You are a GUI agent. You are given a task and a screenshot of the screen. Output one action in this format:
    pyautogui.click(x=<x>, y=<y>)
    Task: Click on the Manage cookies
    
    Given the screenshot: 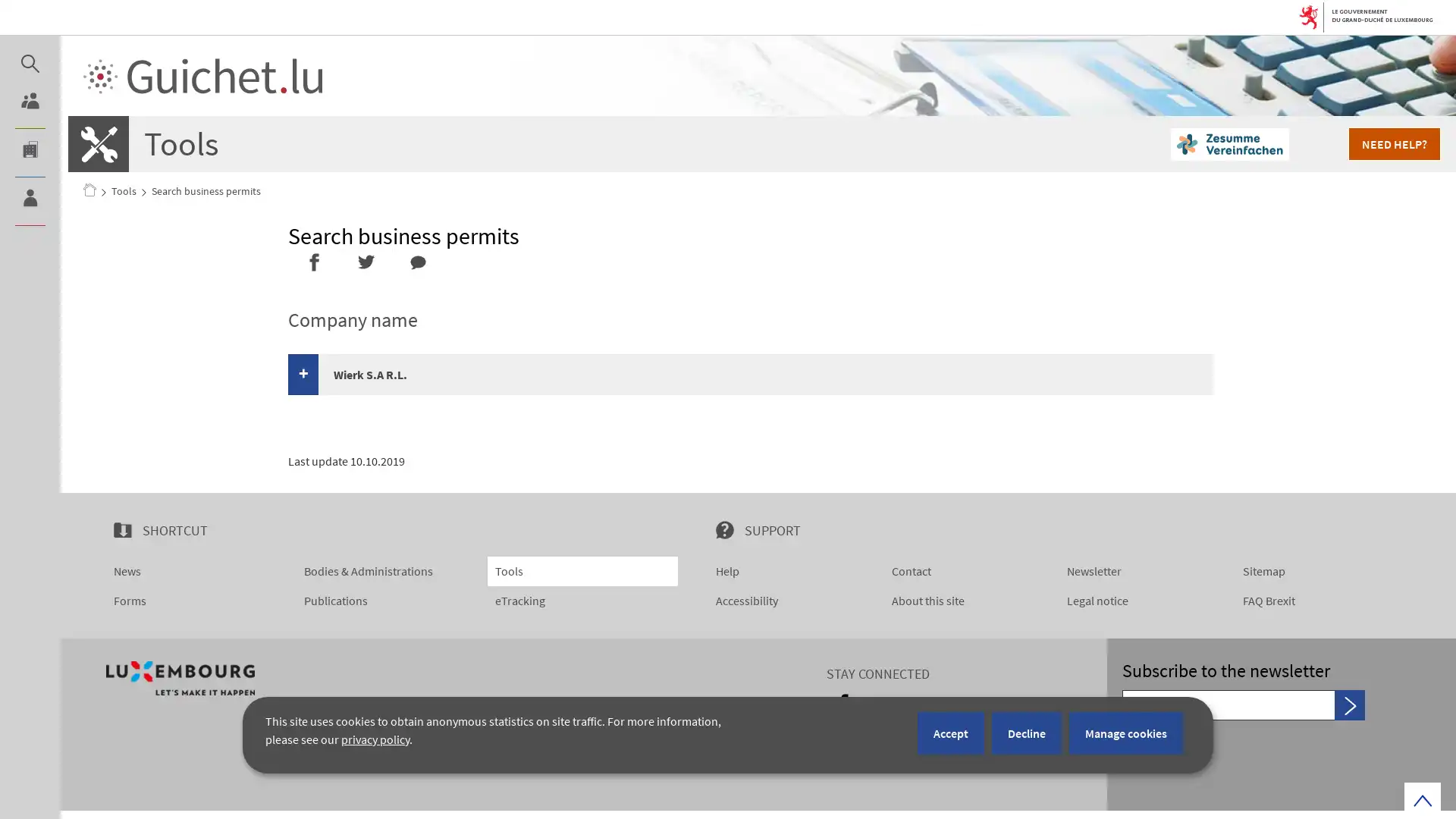 What is the action you would take?
    pyautogui.click(x=1125, y=733)
    